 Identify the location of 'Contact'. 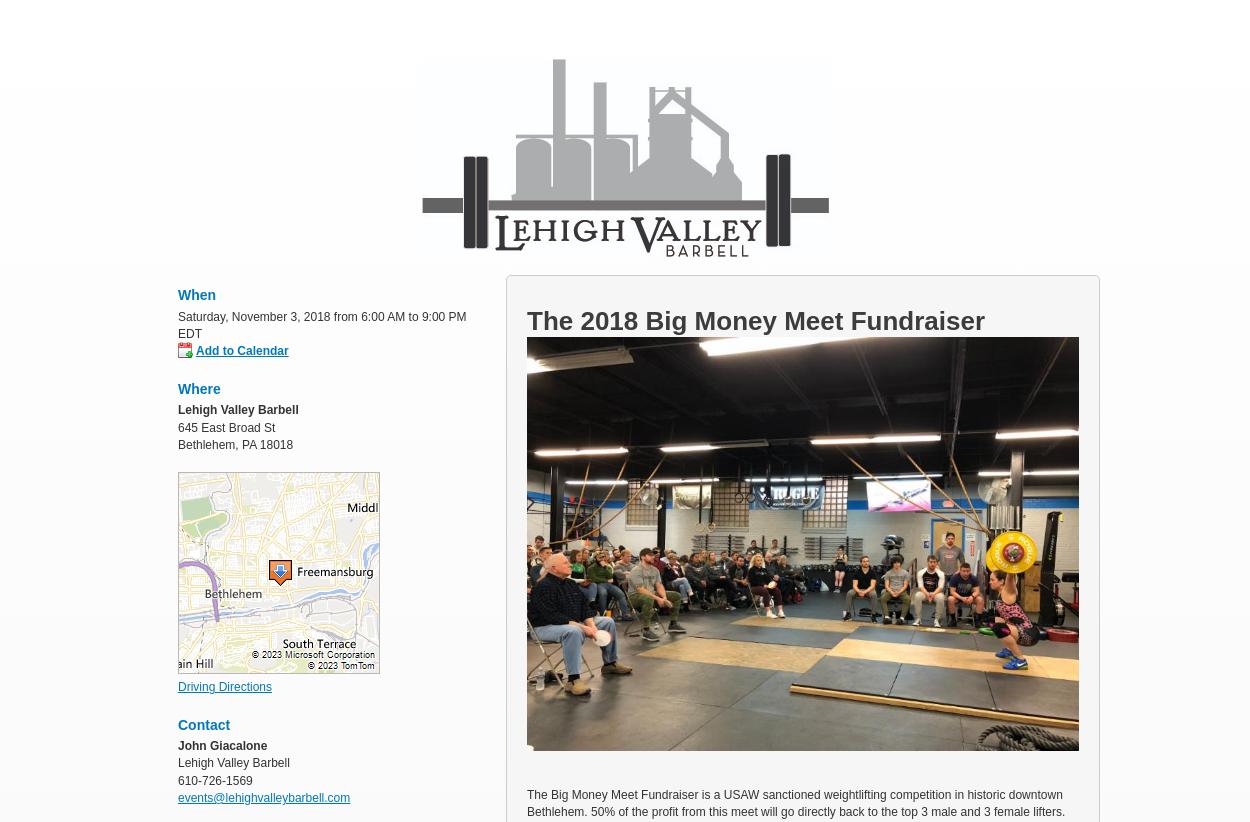
(203, 724).